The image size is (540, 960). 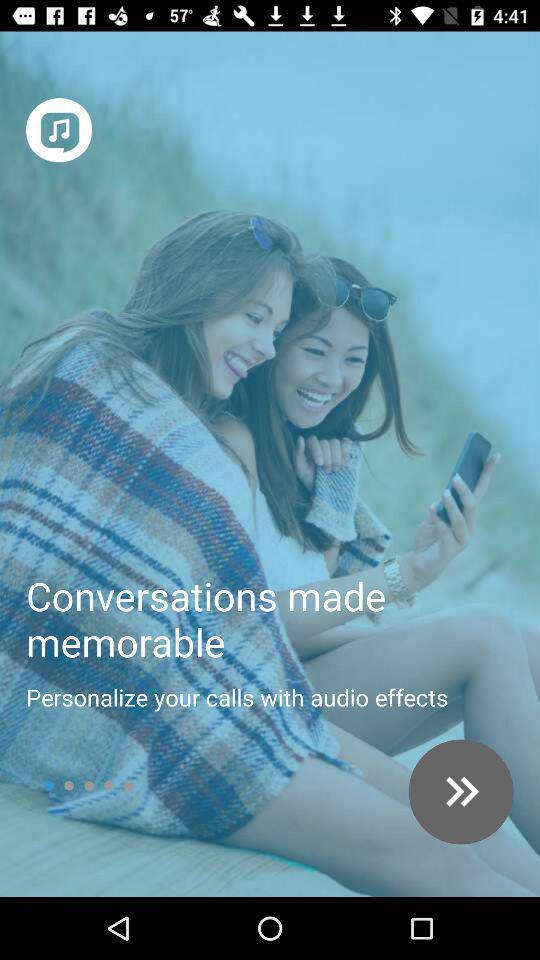 I want to click on the item at the bottom right corner, so click(x=461, y=792).